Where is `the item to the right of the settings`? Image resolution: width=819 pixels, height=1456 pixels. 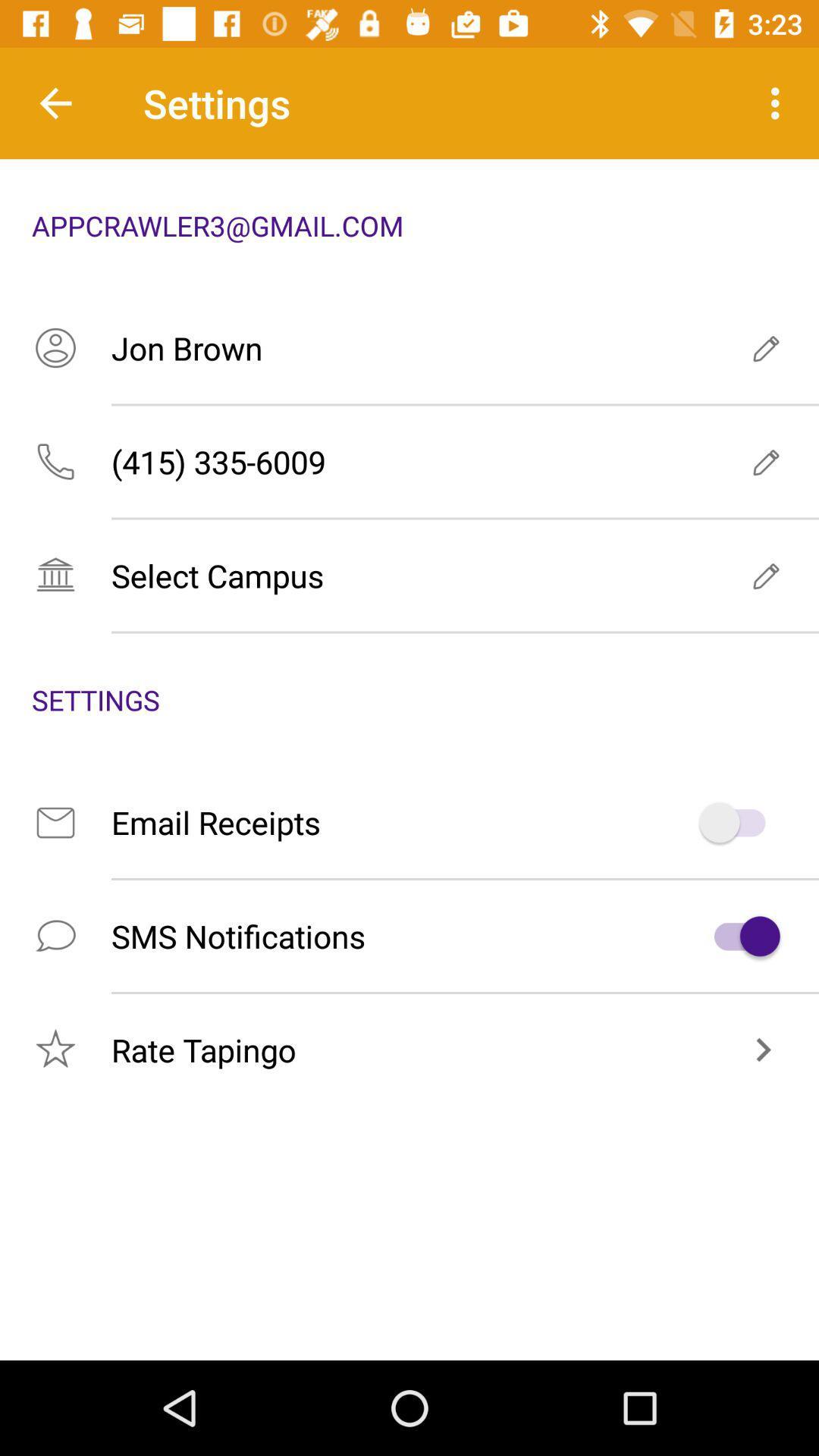 the item to the right of the settings is located at coordinates (779, 102).